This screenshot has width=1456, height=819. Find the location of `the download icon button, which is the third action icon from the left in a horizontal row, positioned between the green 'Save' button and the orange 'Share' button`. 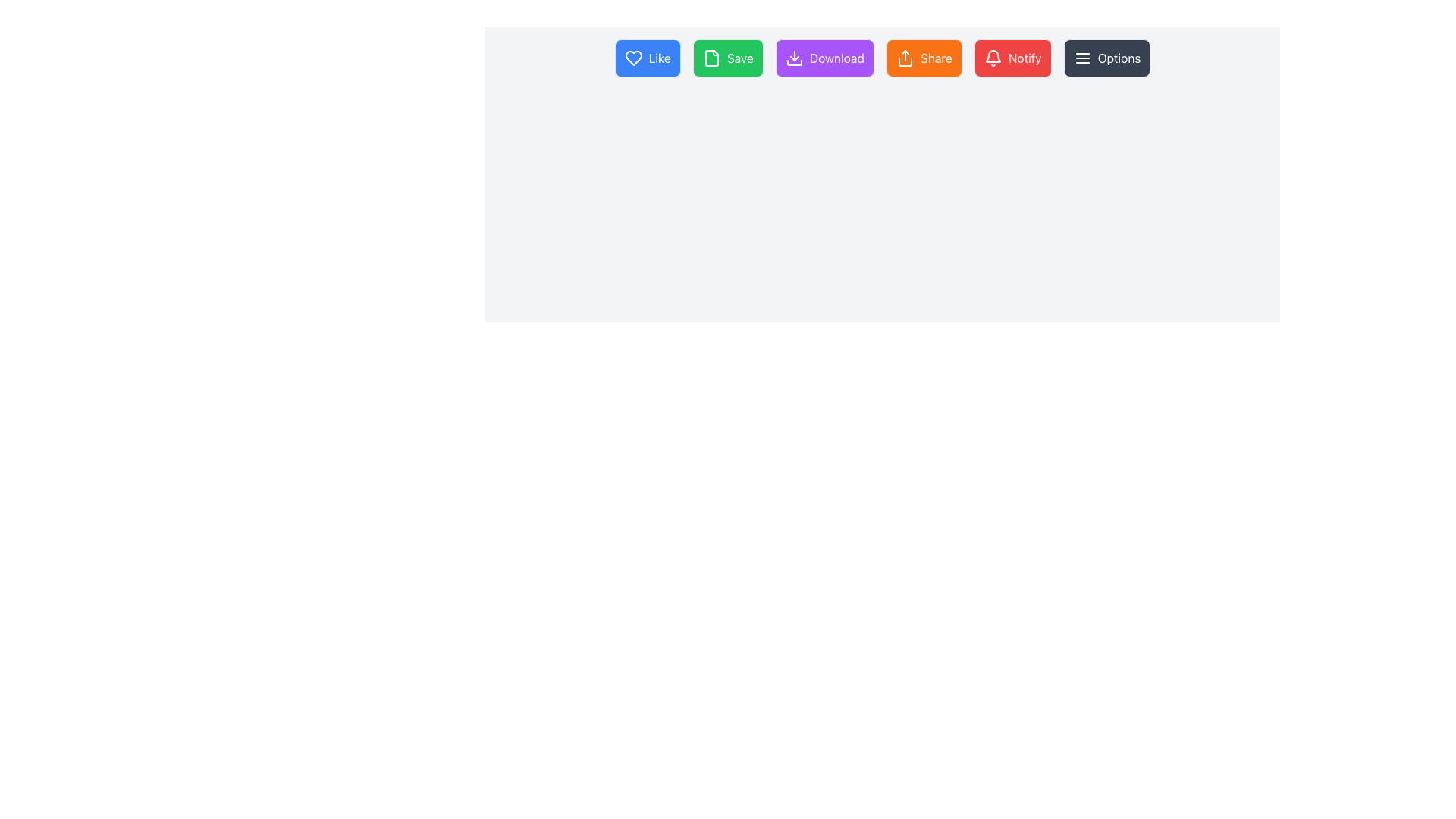

the download icon button, which is the third action icon from the left in a horizontal row, positioned between the green 'Save' button and the orange 'Share' button is located at coordinates (793, 62).